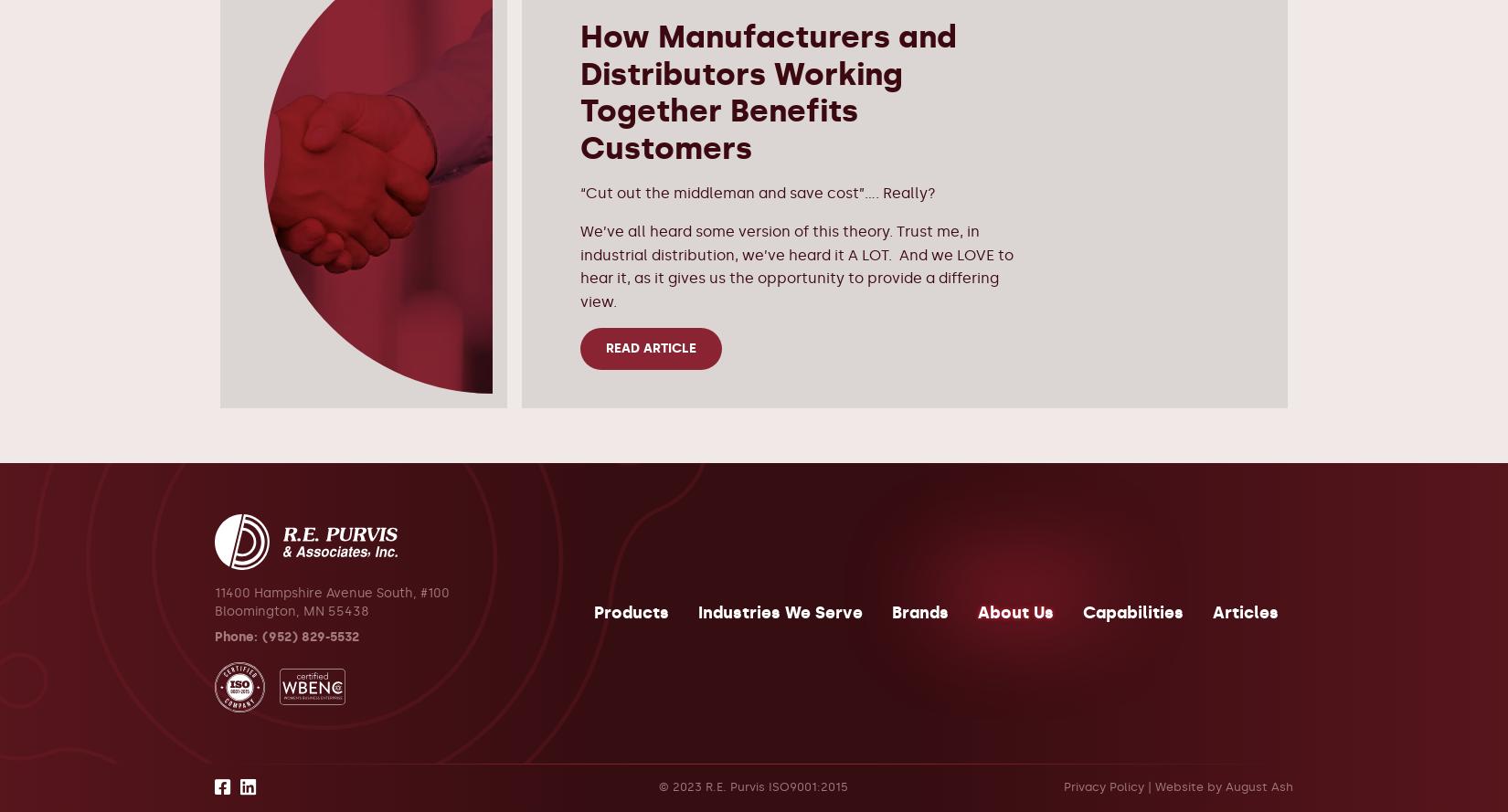 Image resolution: width=1508 pixels, height=812 pixels. I want to click on '11400 Hampshire Avenue South, #100', so click(332, 592).